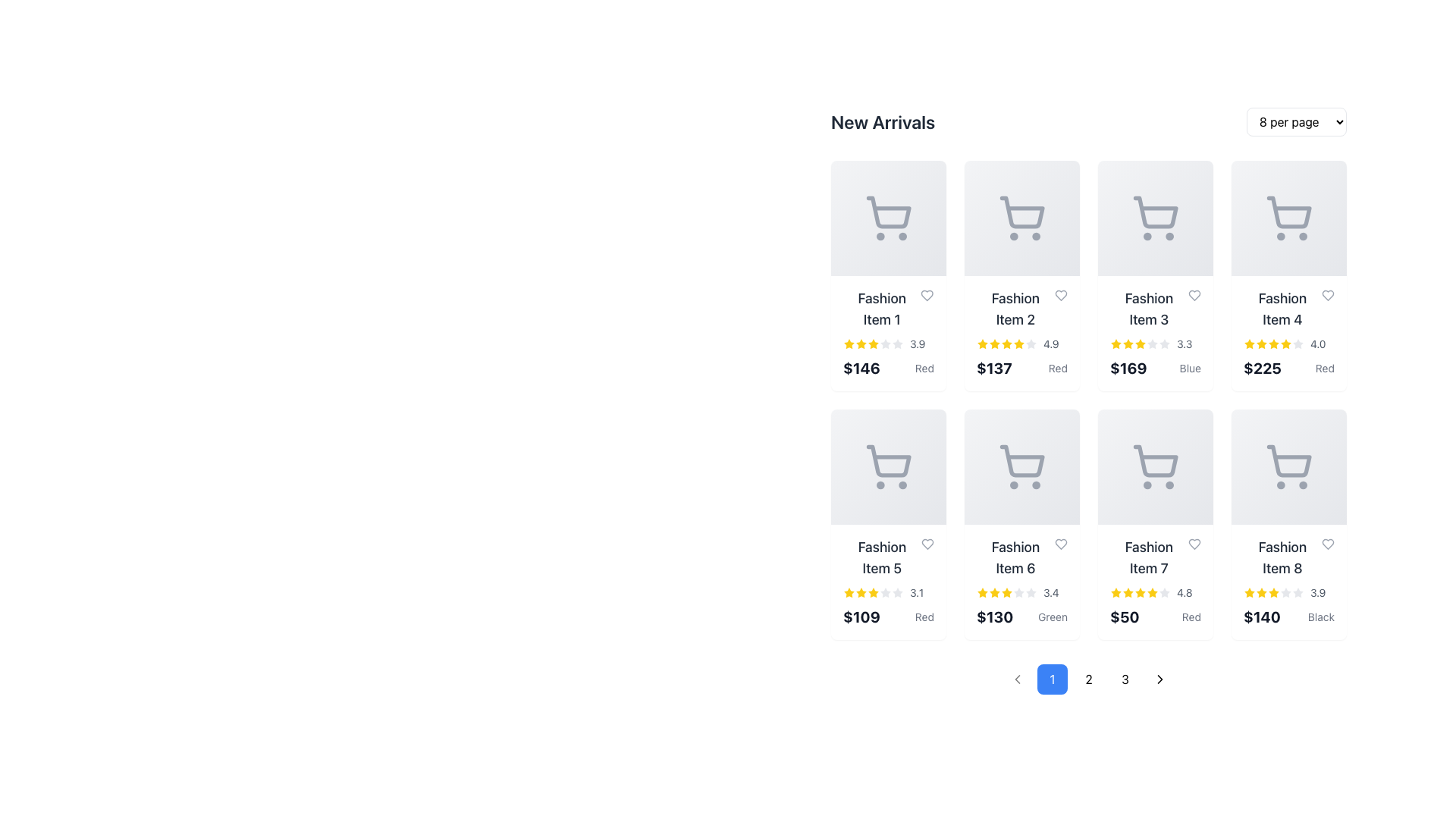 The image size is (1456, 819). Describe the element at coordinates (927, 543) in the screenshot. I see `the heart-shaped icon button with a hollow design and a light gray border, located at the top-right corner of the card for 'Fashion Item 5', to favorite the item` at that location.